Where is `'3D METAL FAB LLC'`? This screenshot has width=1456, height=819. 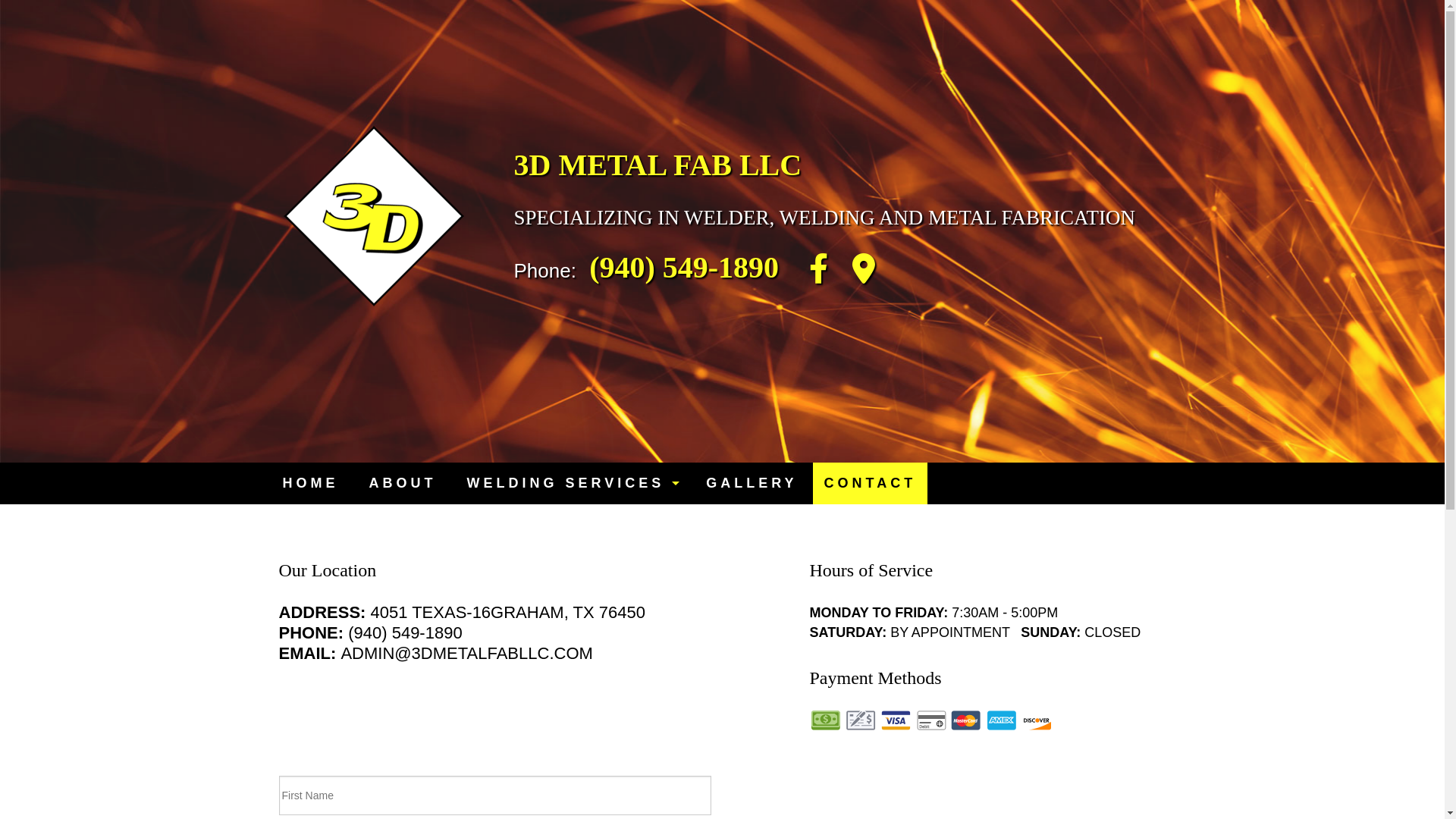 '3D METAL FAB LLC' is located at coordinates (506, 165).